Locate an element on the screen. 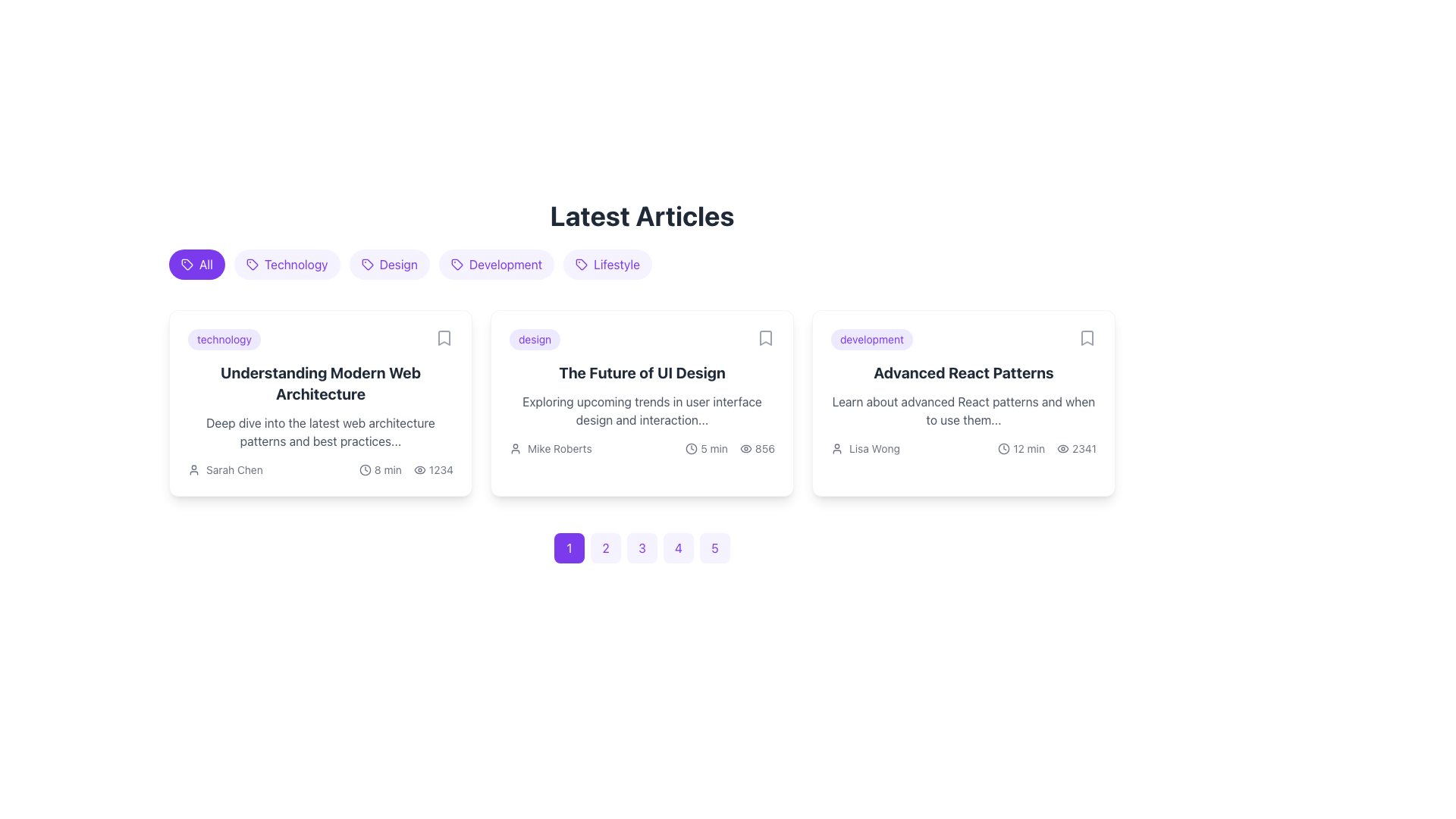 Image resolution: width=1456 pixels, height=819 pixels. the SVG circle component of the clock icon located at the bottom-right corner of the 'Advanced React Patterns' card is located at coordinates (1004, 447).